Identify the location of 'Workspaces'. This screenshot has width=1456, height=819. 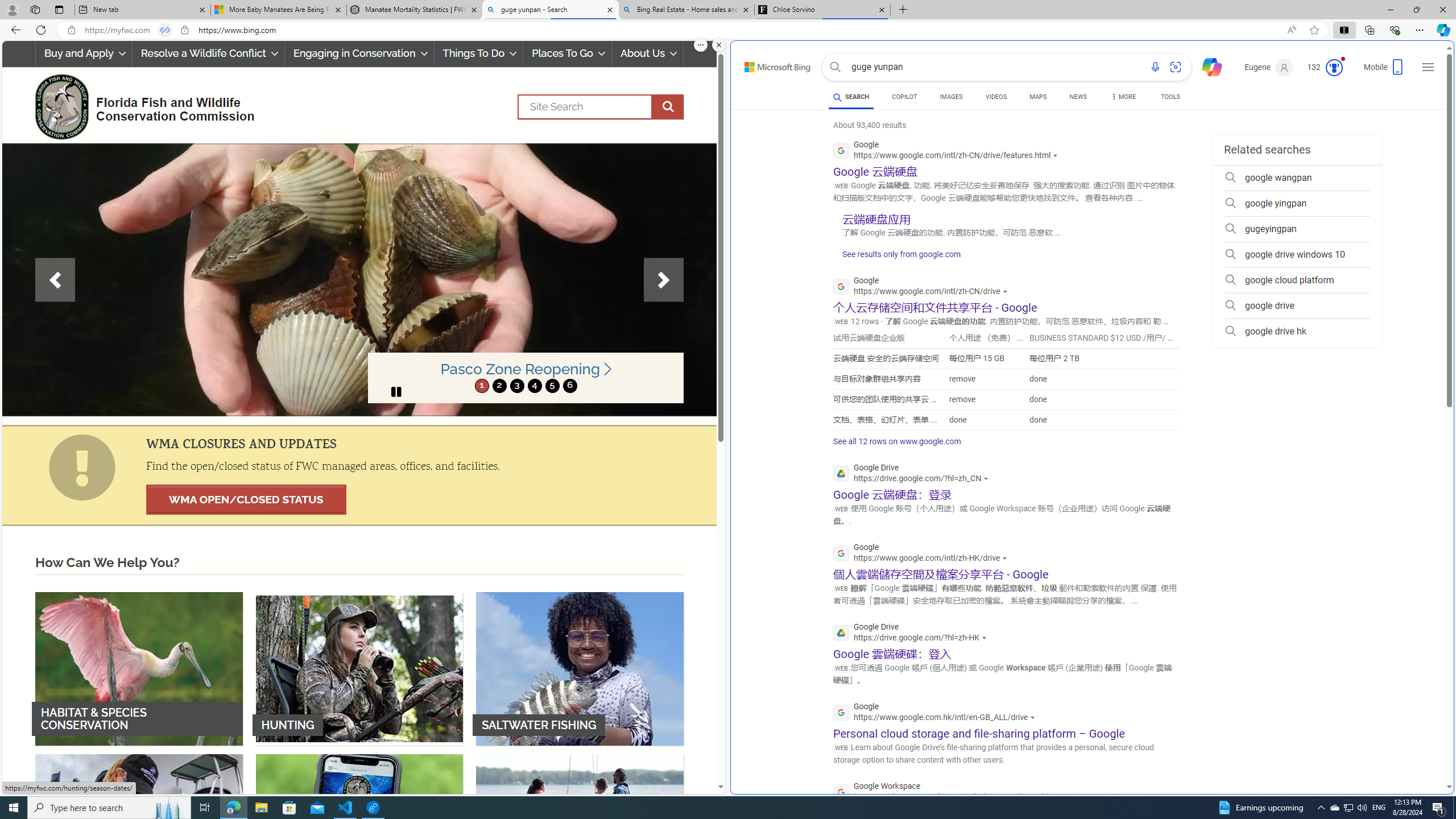
(35, 9).